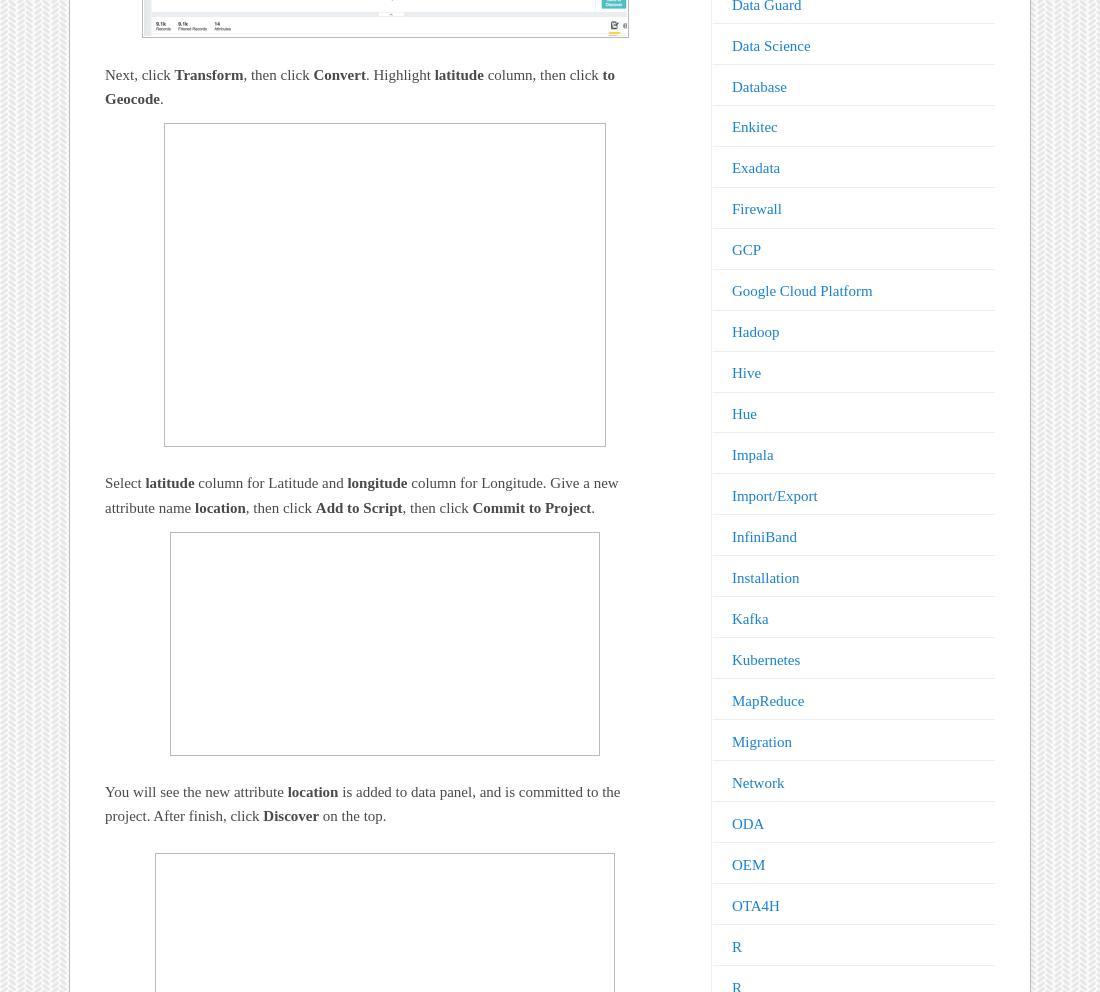 This screenshot has width=1100, height=992. I want to click on 'Installation', so click(729, 578).